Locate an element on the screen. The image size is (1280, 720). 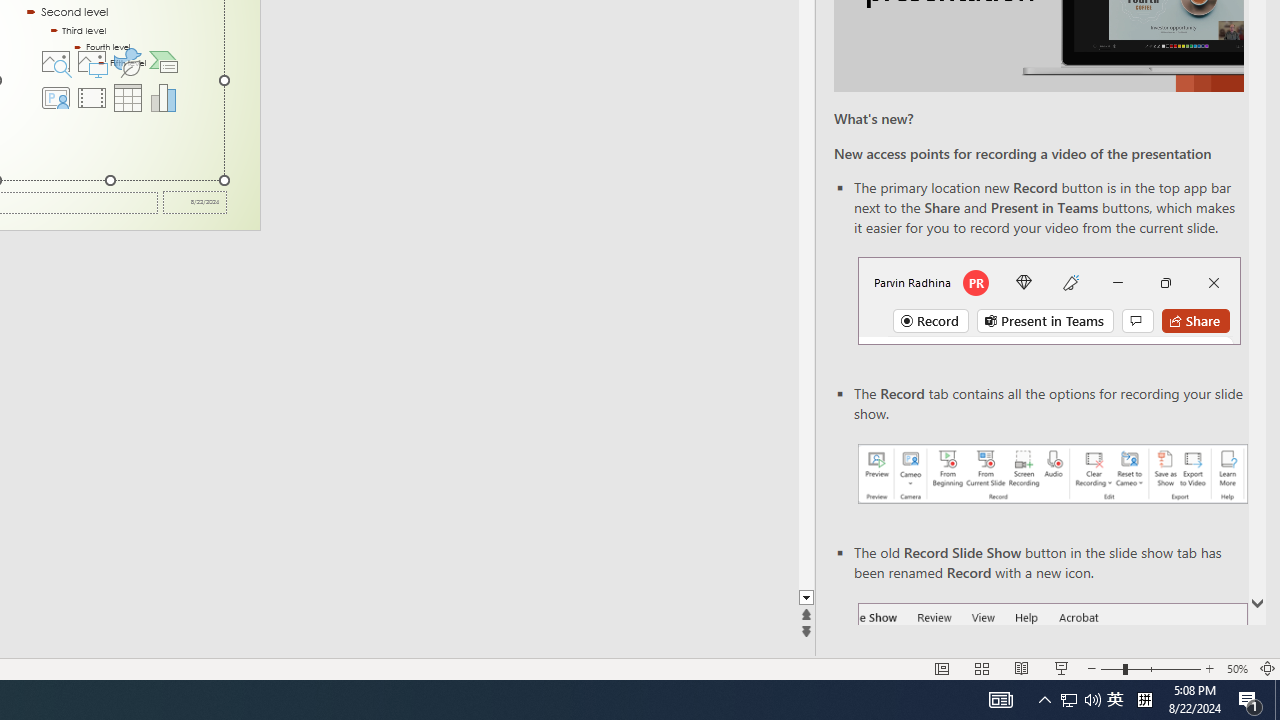
'Insert an Icon' is located at coordinates (127, 60).